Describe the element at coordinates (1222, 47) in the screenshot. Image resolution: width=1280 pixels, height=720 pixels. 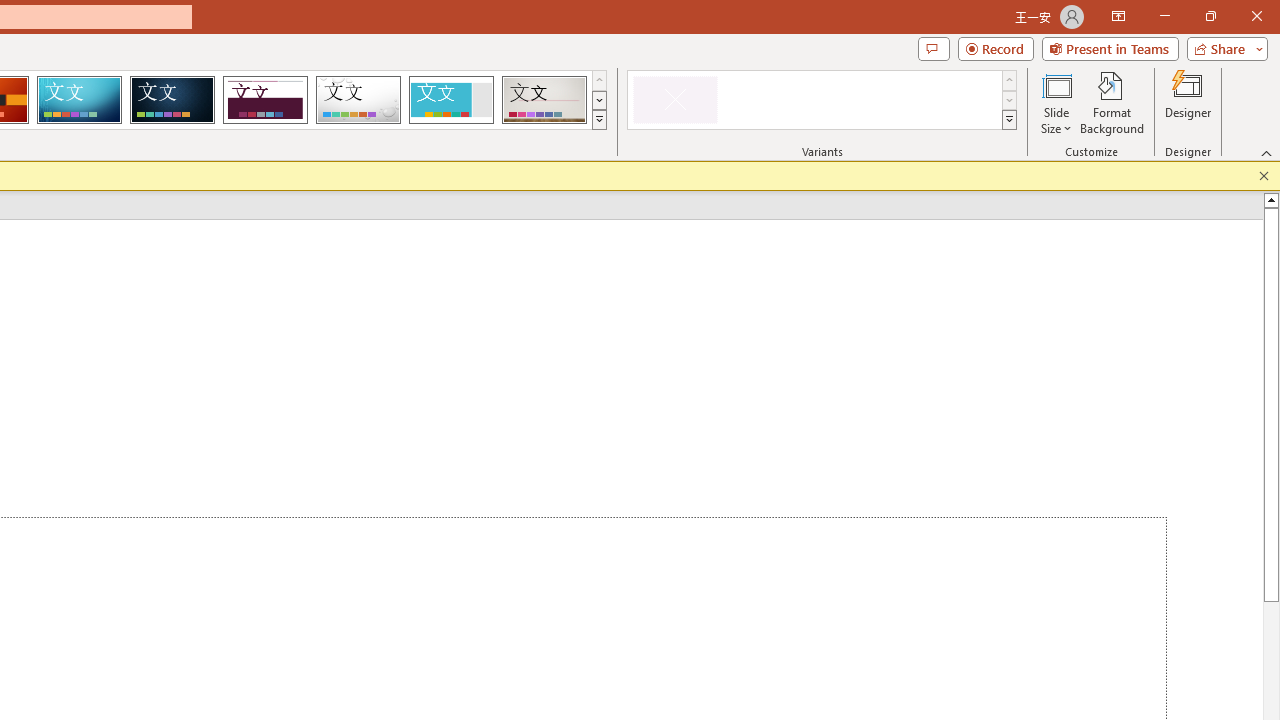
I see `'Share'` at that location.